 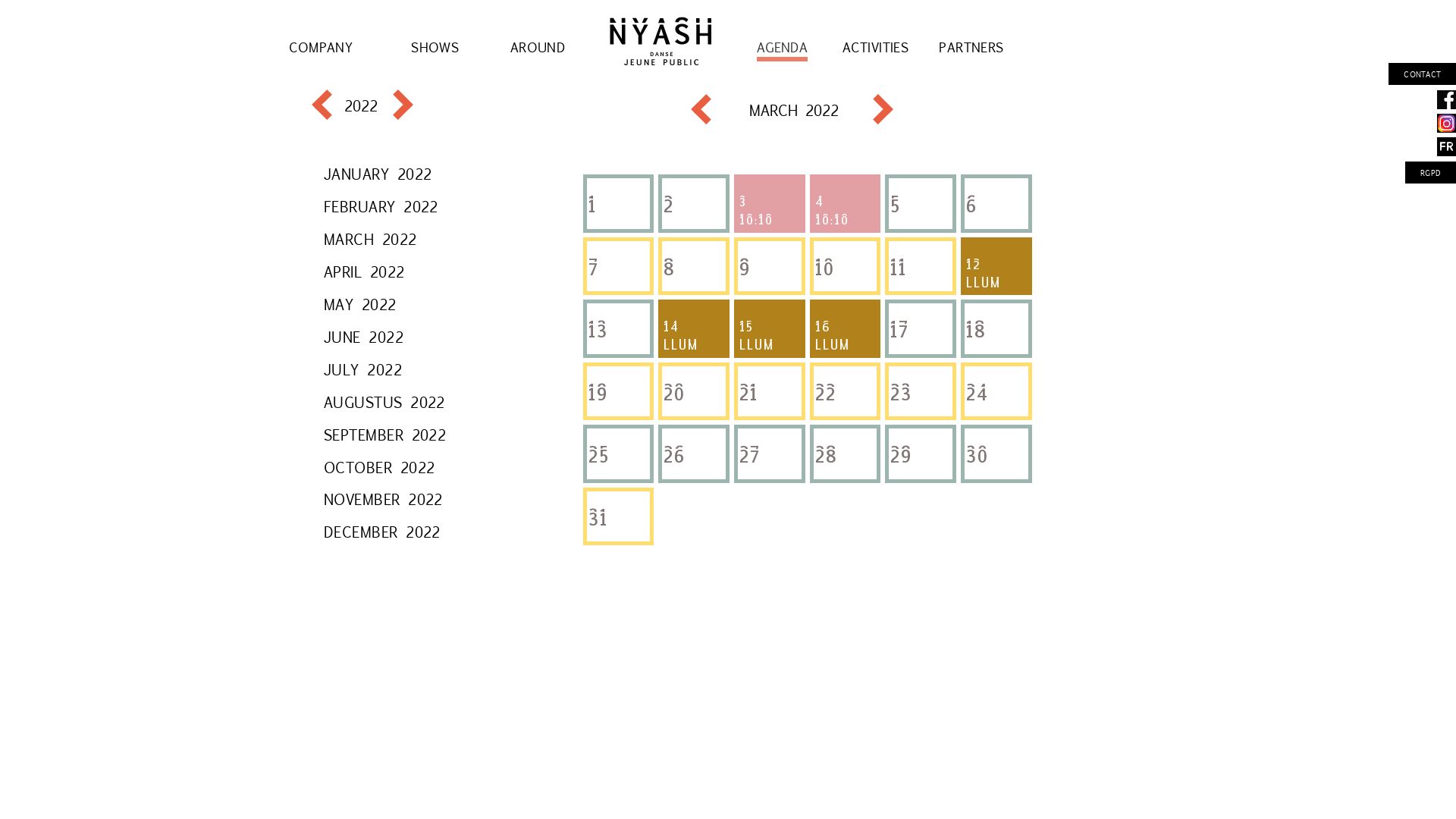 What do you see at coordinates (362, 369) in the screenshot?
I see `'JULY 2022'` at bounding box center [362, 369].